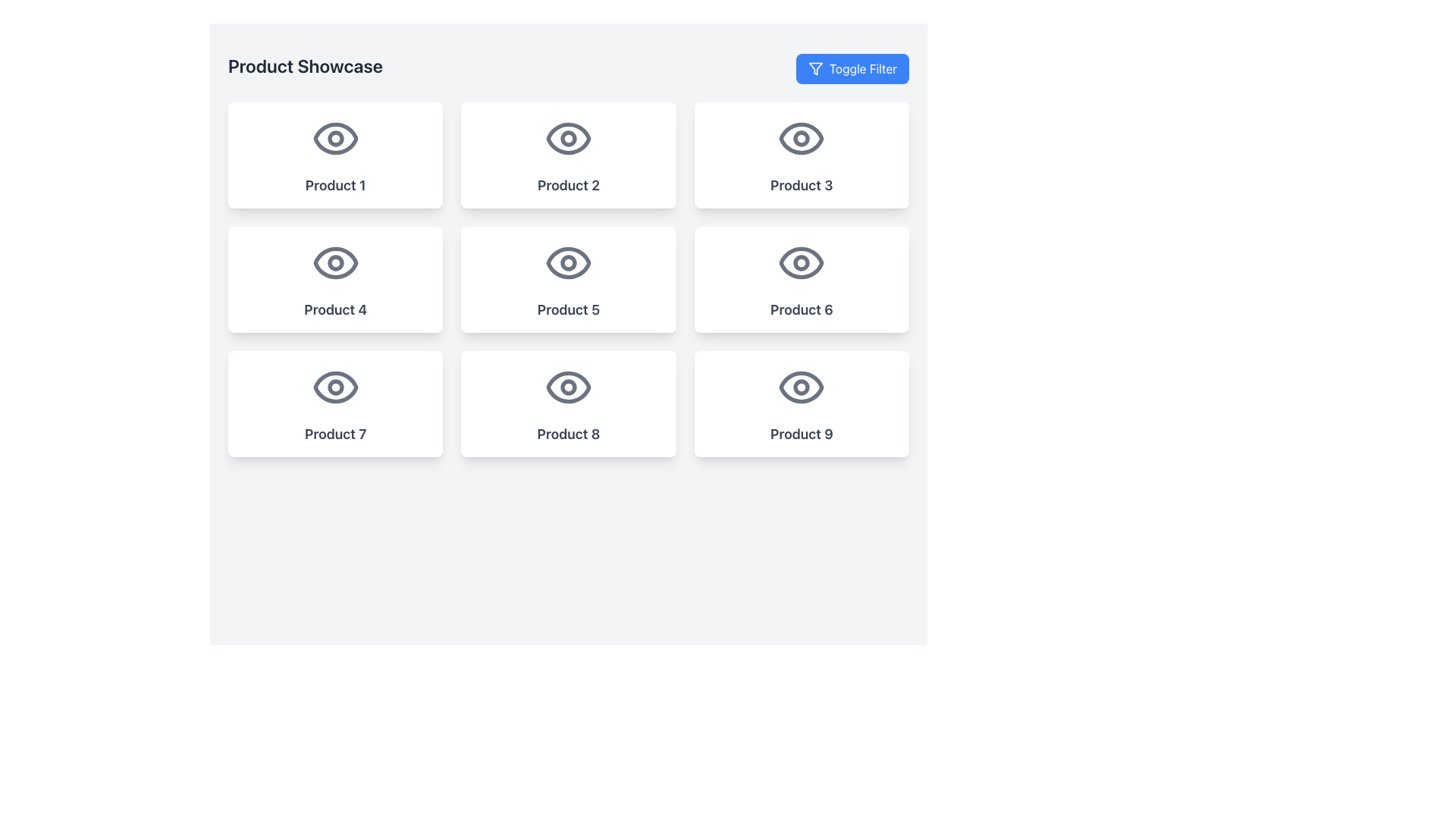  Describe the element at coordinates (800, 138) in the screenshot. I see `the area within the eye icon representing the outer contour of an eye, which is part of the icon for the 'Product 3' card` at that location.